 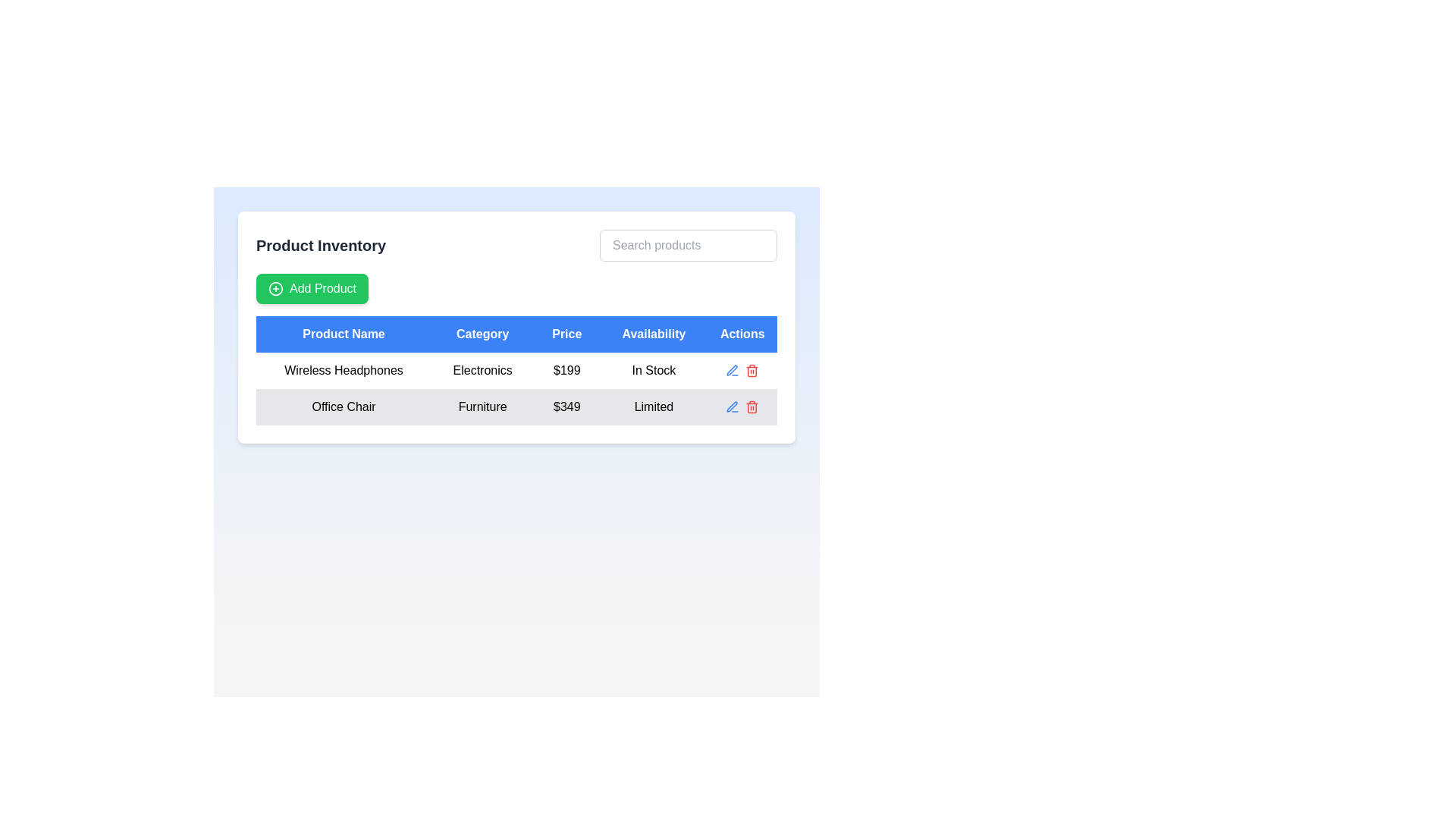 What do you see at coordinates (733, 371) in the screenshot?
I see `the edit icon button located in the Actions column of the second row to initiate editing of the Office Chair product` at bounding box center [733, 371].